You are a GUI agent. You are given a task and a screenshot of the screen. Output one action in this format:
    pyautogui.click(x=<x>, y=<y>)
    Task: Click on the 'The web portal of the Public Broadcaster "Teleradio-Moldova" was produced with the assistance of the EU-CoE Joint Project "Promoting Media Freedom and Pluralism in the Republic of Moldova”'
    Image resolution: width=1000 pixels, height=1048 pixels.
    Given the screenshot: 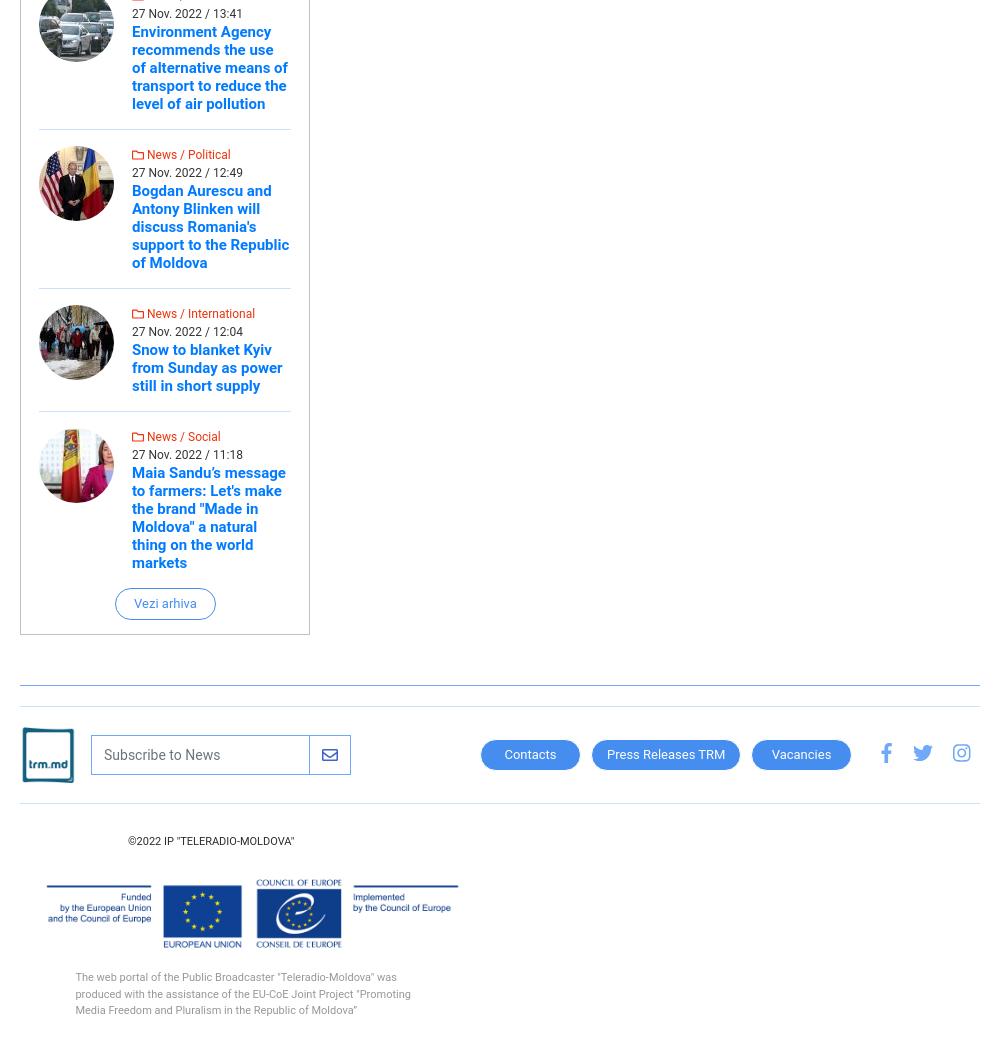 What is the action you would take?
    pyautogui.click(x=241, y=993)
    